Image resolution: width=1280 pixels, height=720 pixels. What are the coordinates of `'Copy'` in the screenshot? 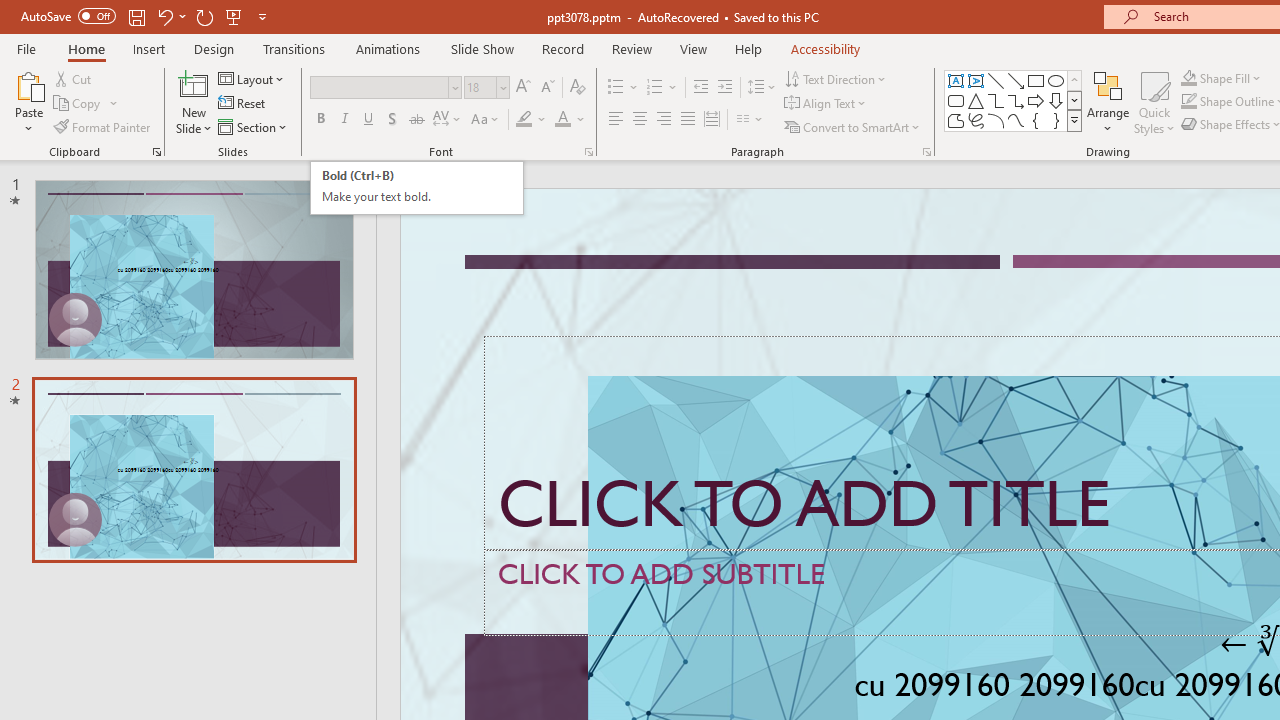 It's located at (85, 103).